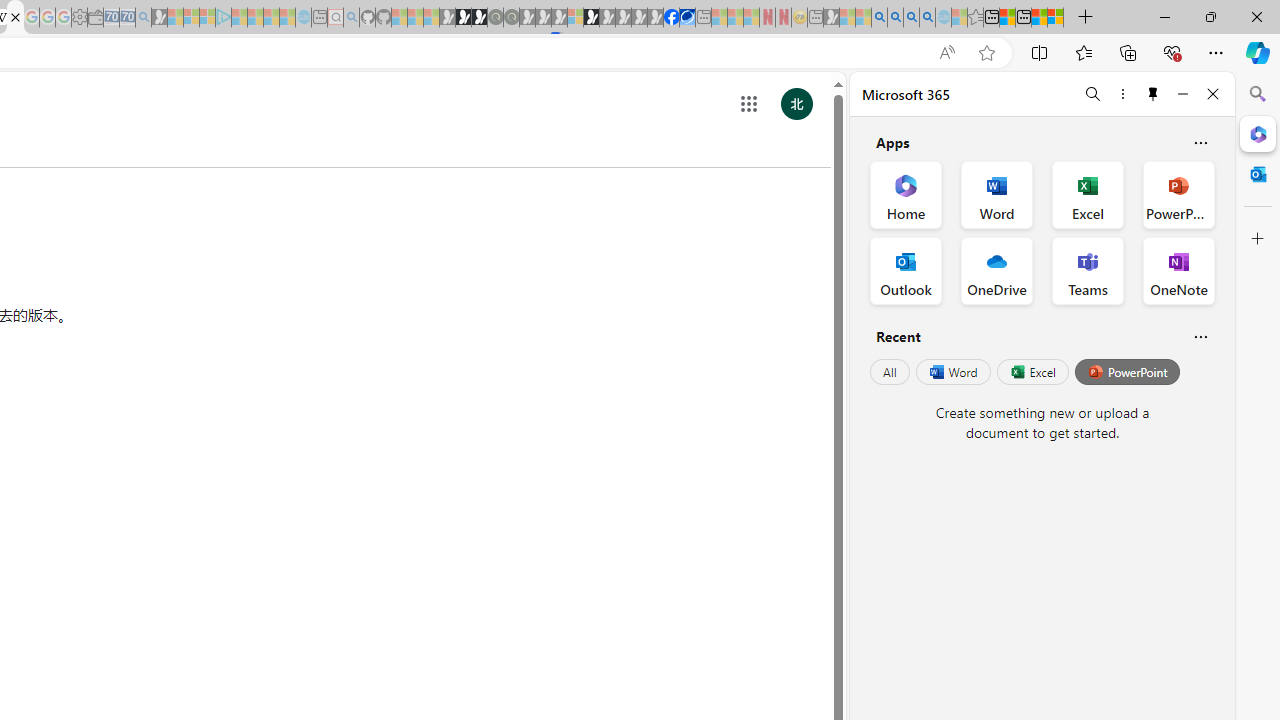 This screenshot has width=1280, height=720. What do you see at coordinates (831, 17) in the screenshot?
I see `'MSN - Sleeping'` at bounding box center [831, 17].